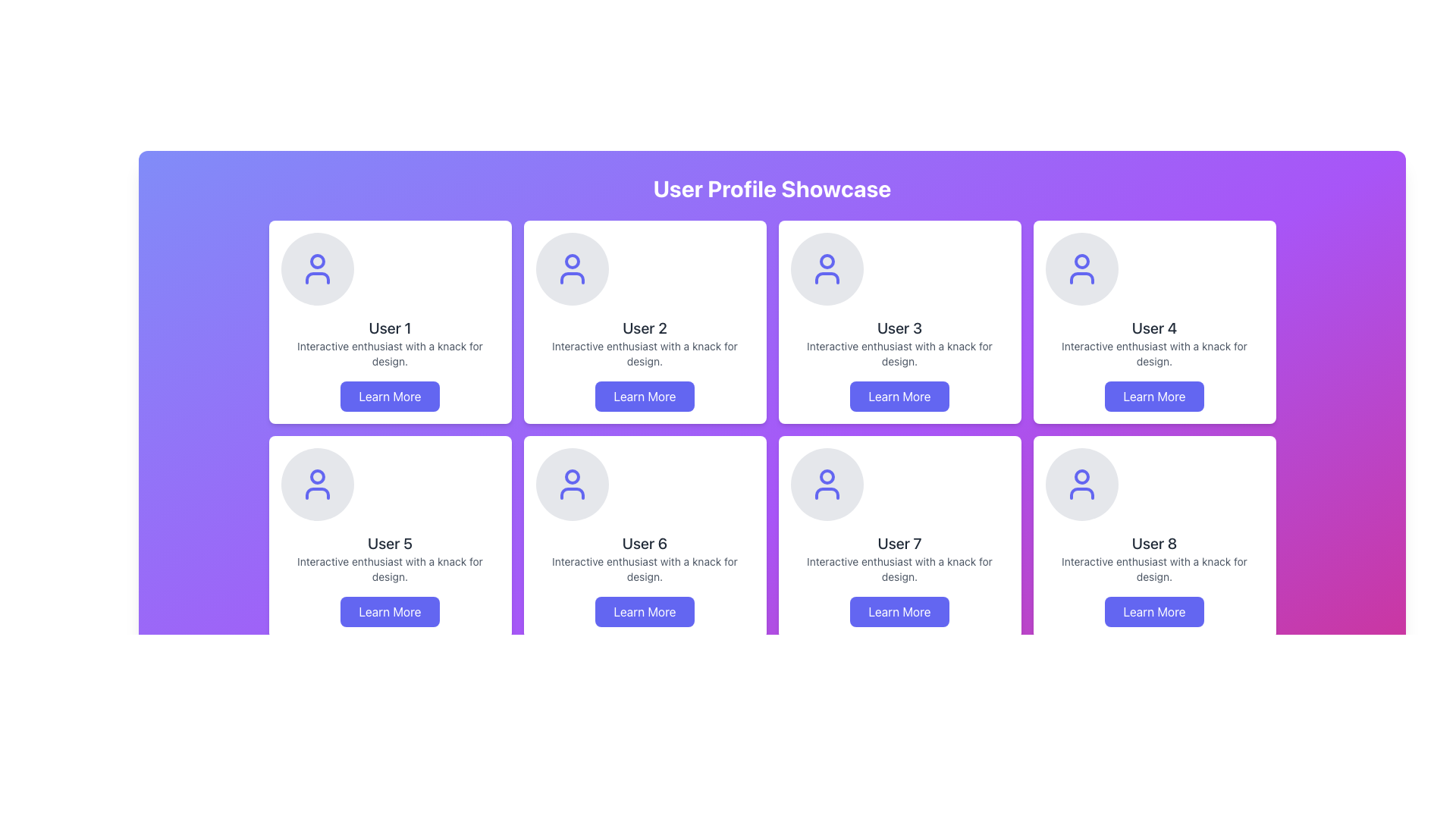  I want to click on the user profile icon, which is a simplified human figure with a circular head and curved shoulders, located at the center of the card labeled 'User 5' in the grid layout, so click(316, 485).